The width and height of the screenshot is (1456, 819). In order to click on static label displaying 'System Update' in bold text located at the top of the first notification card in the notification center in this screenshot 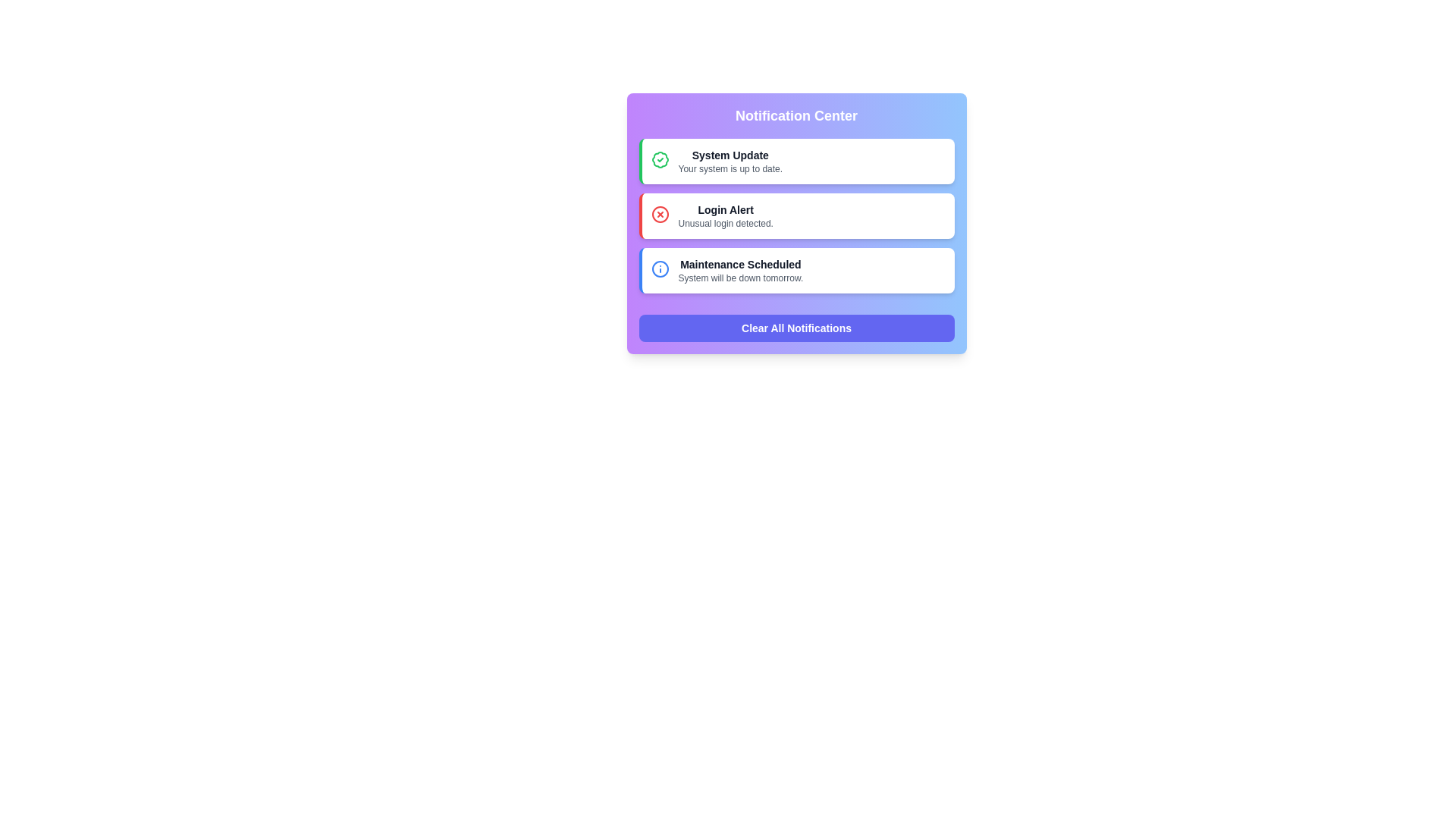, I will do `click(730, 155)`.